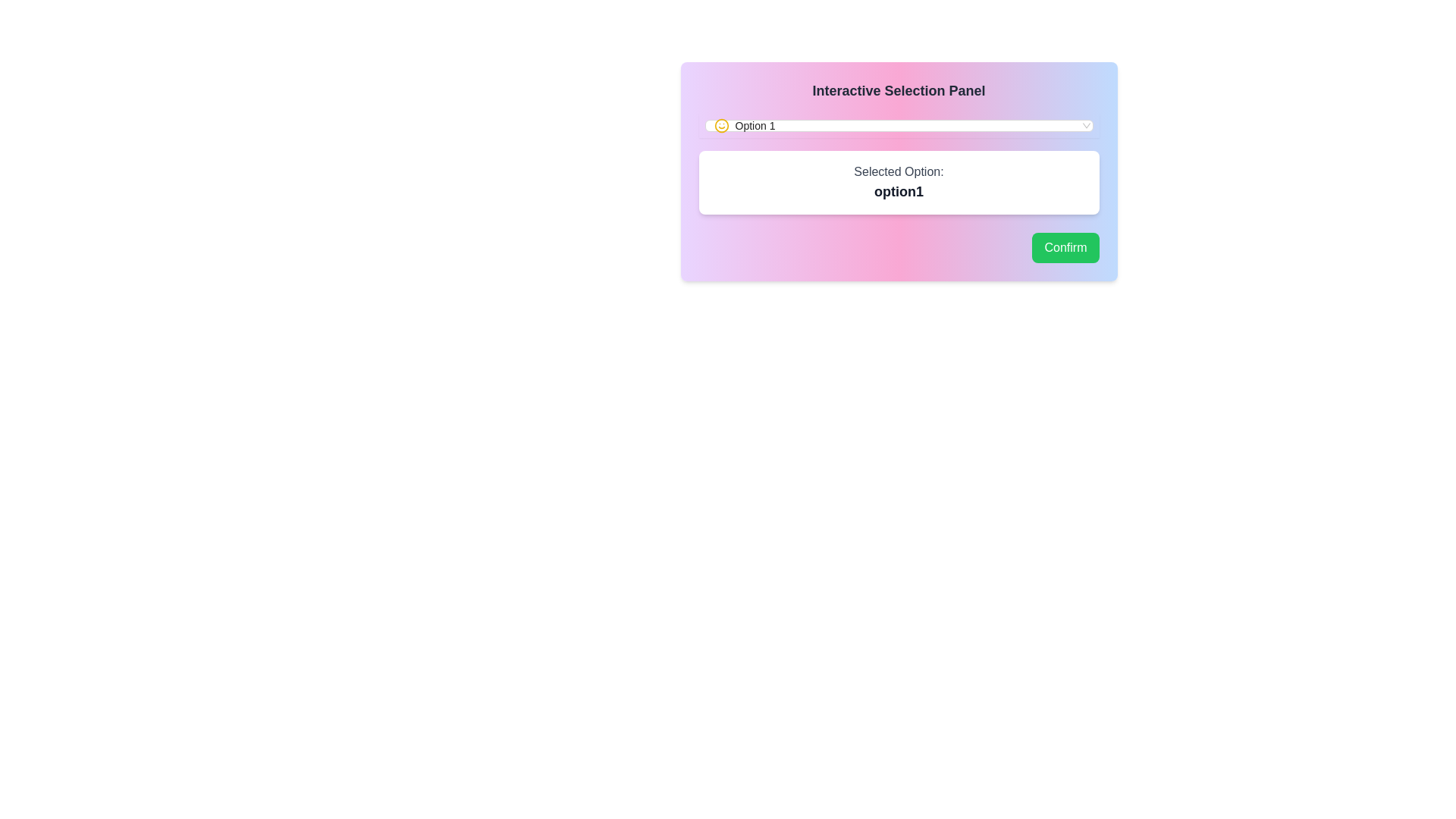 The height and width of the screenshot is (819, 1456). What do you see at coordinates (1065, 247) in the screenshot?
I see `the confirmation button located in the bottom right area of the interactive selection panel to finalize user actions` at bounding box center [1065, 247].